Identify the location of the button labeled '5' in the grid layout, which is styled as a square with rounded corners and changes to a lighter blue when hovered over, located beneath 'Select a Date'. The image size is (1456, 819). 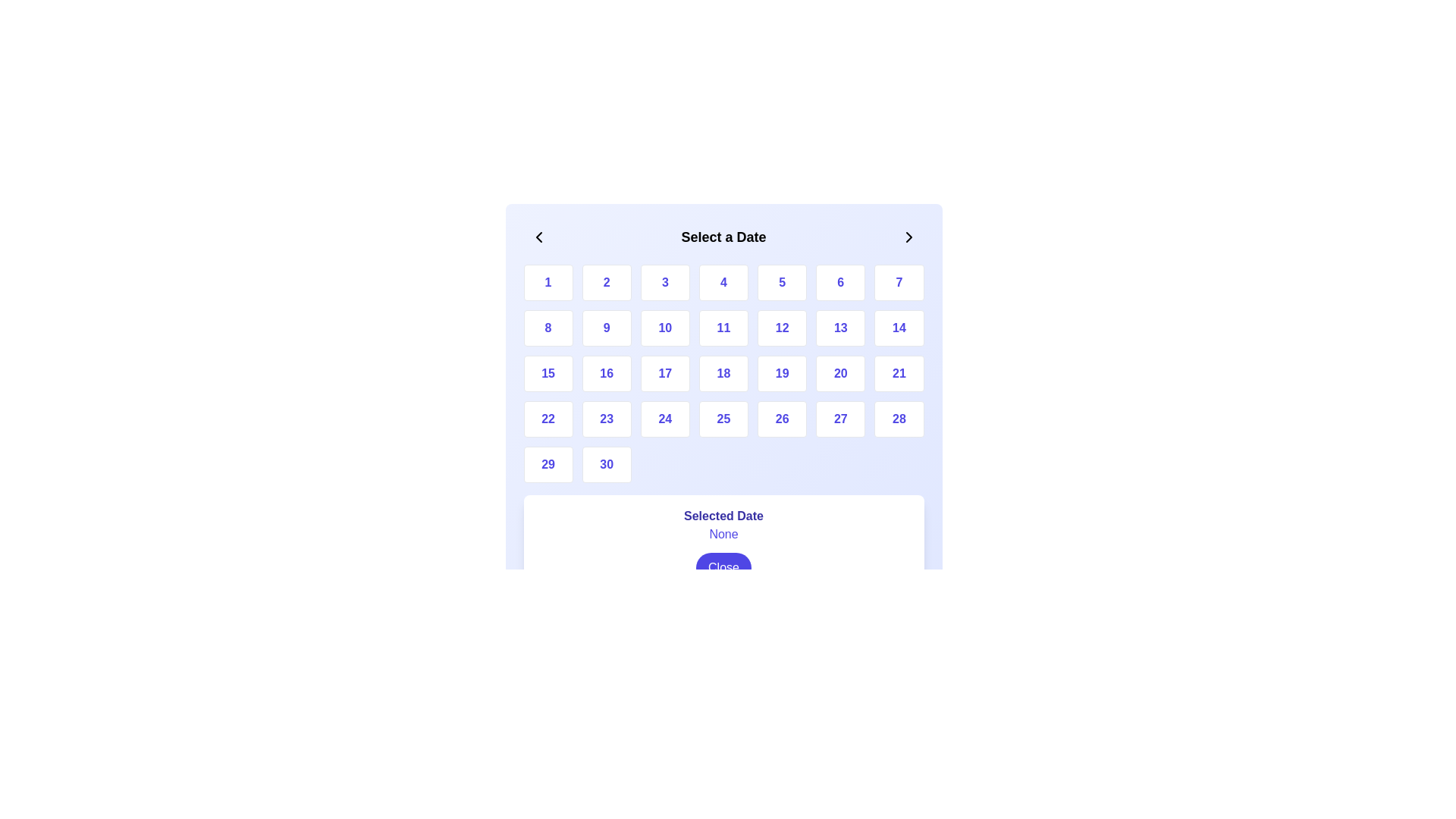
(782, 283).